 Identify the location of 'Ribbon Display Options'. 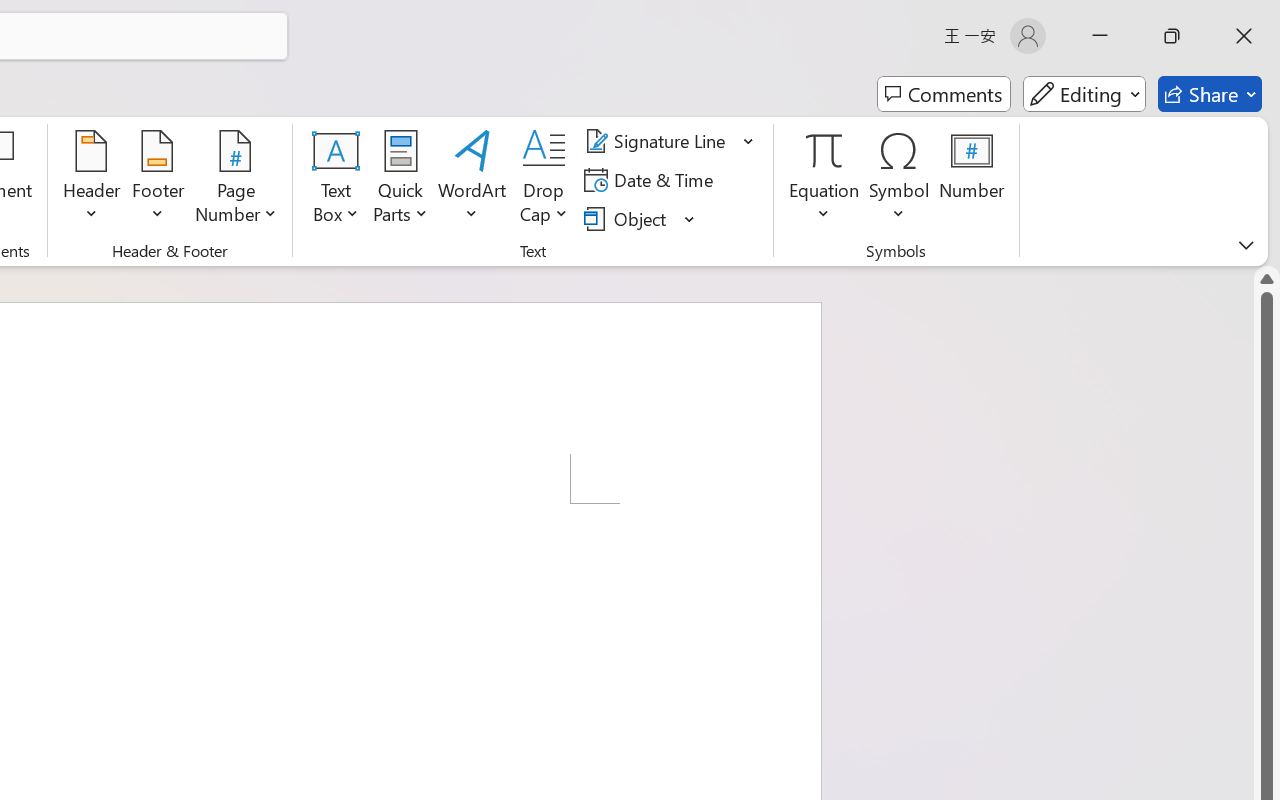
(1245, 244).